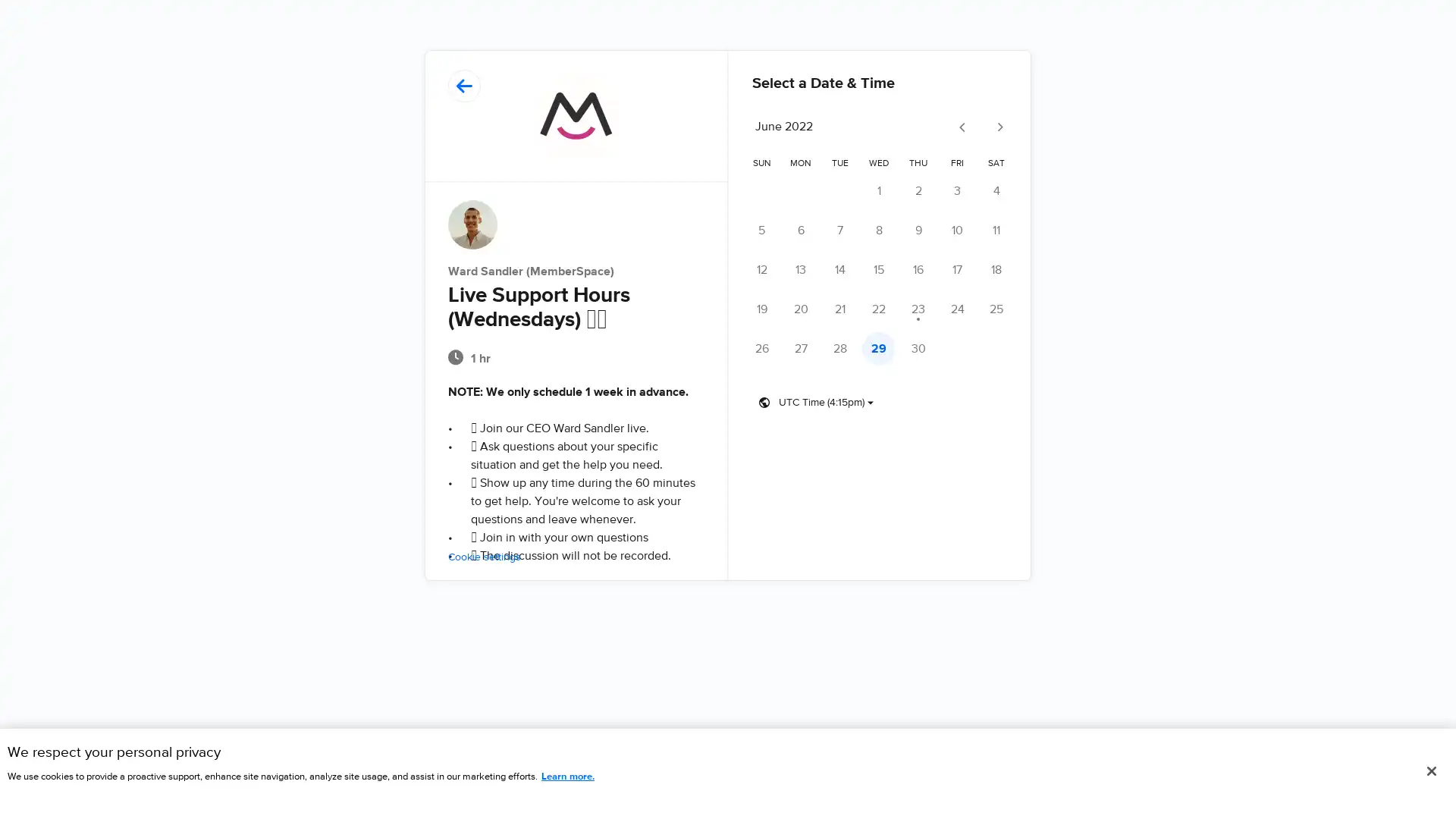 This screenshot has width=1456, height=819. I want to click on Wednesday, June 22 - No times available, so click(878, 309).